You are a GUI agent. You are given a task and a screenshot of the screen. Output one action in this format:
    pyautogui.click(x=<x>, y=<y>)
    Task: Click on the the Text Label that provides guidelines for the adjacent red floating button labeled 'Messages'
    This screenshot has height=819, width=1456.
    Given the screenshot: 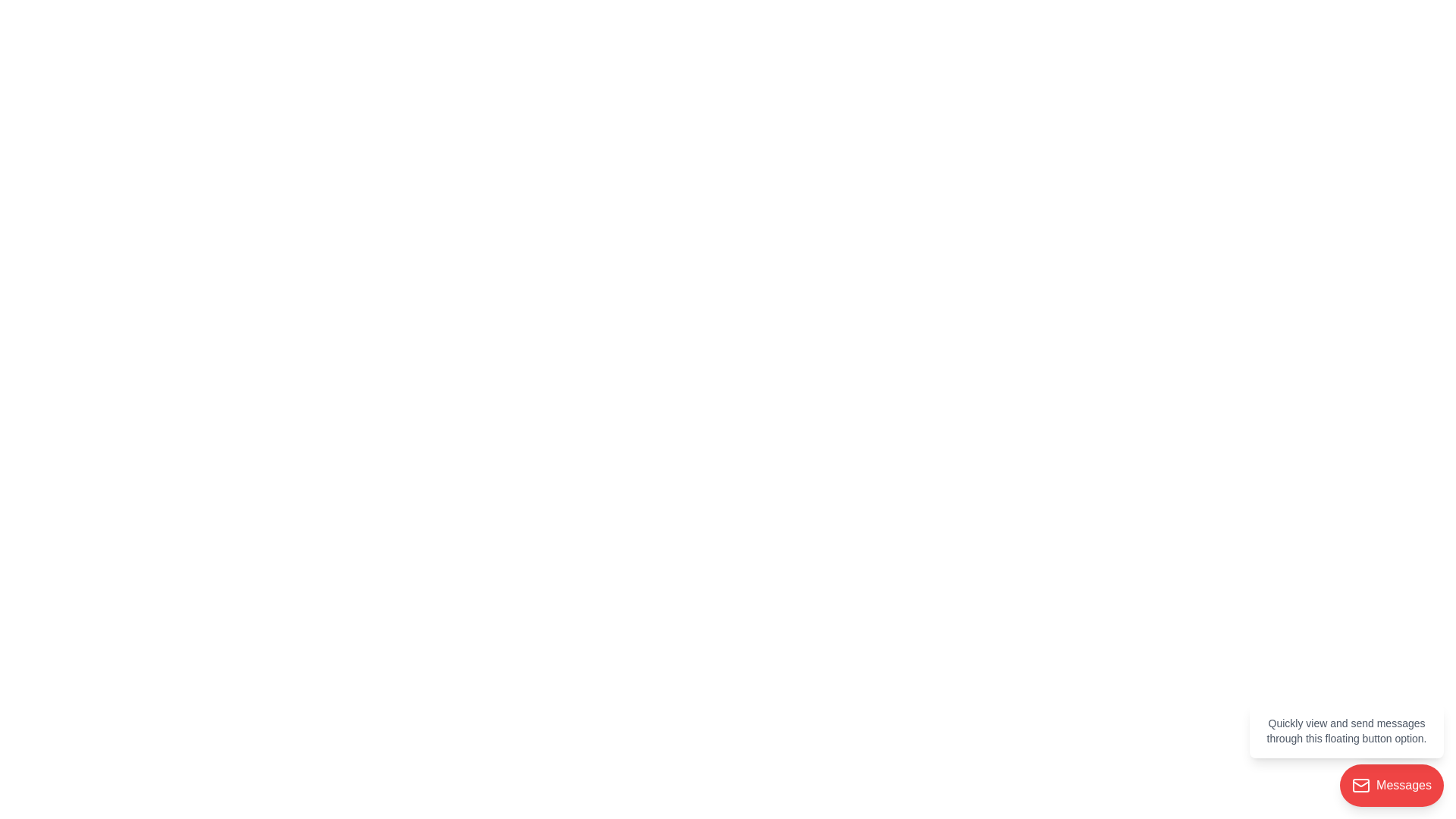 What is the action you would take?
    pyautogui.click(x=1347, y=730)
    